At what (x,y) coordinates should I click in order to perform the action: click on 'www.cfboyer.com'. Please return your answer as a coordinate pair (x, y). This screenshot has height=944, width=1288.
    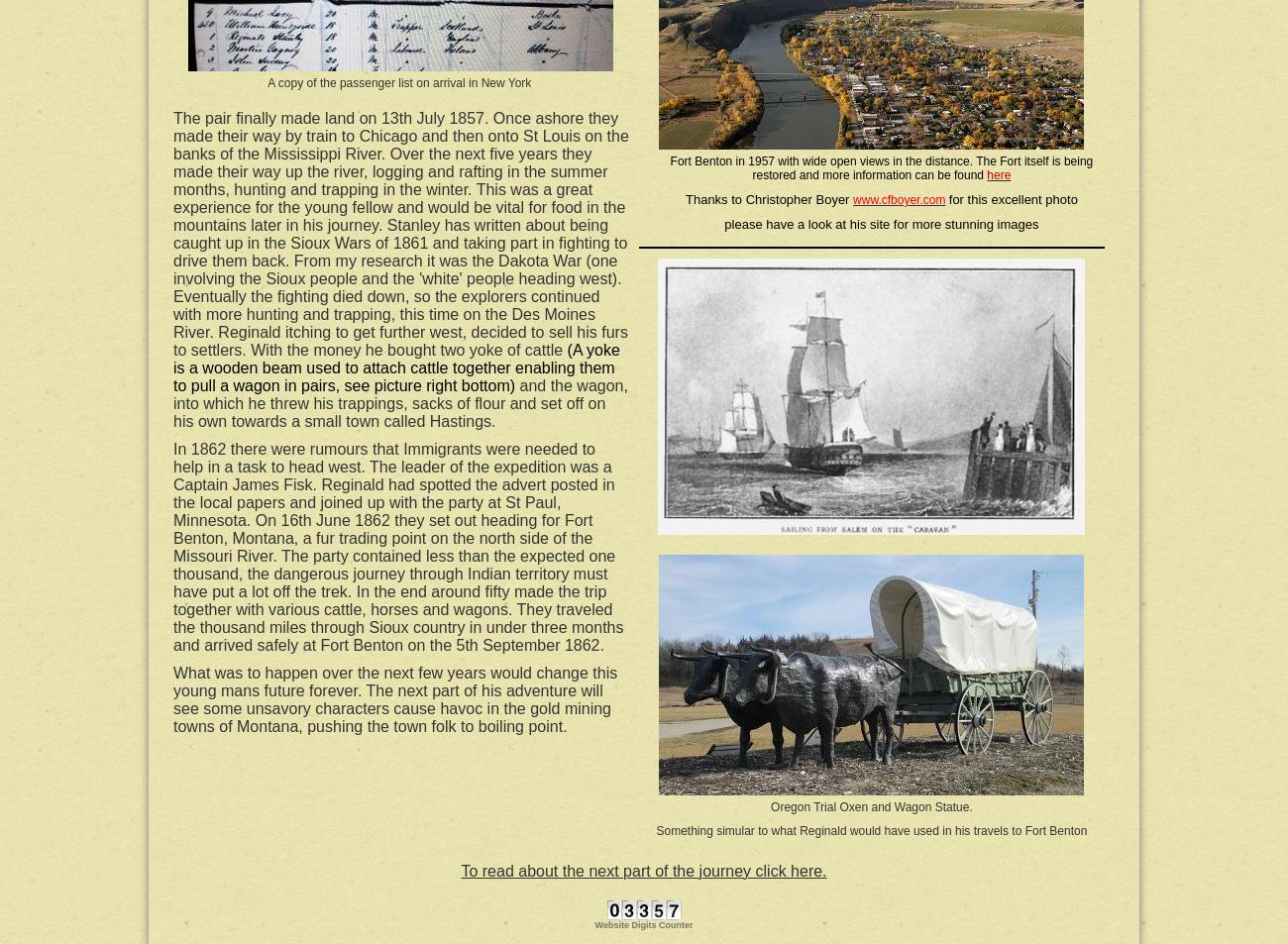
    Looking at the image, I should click on (898, 199).